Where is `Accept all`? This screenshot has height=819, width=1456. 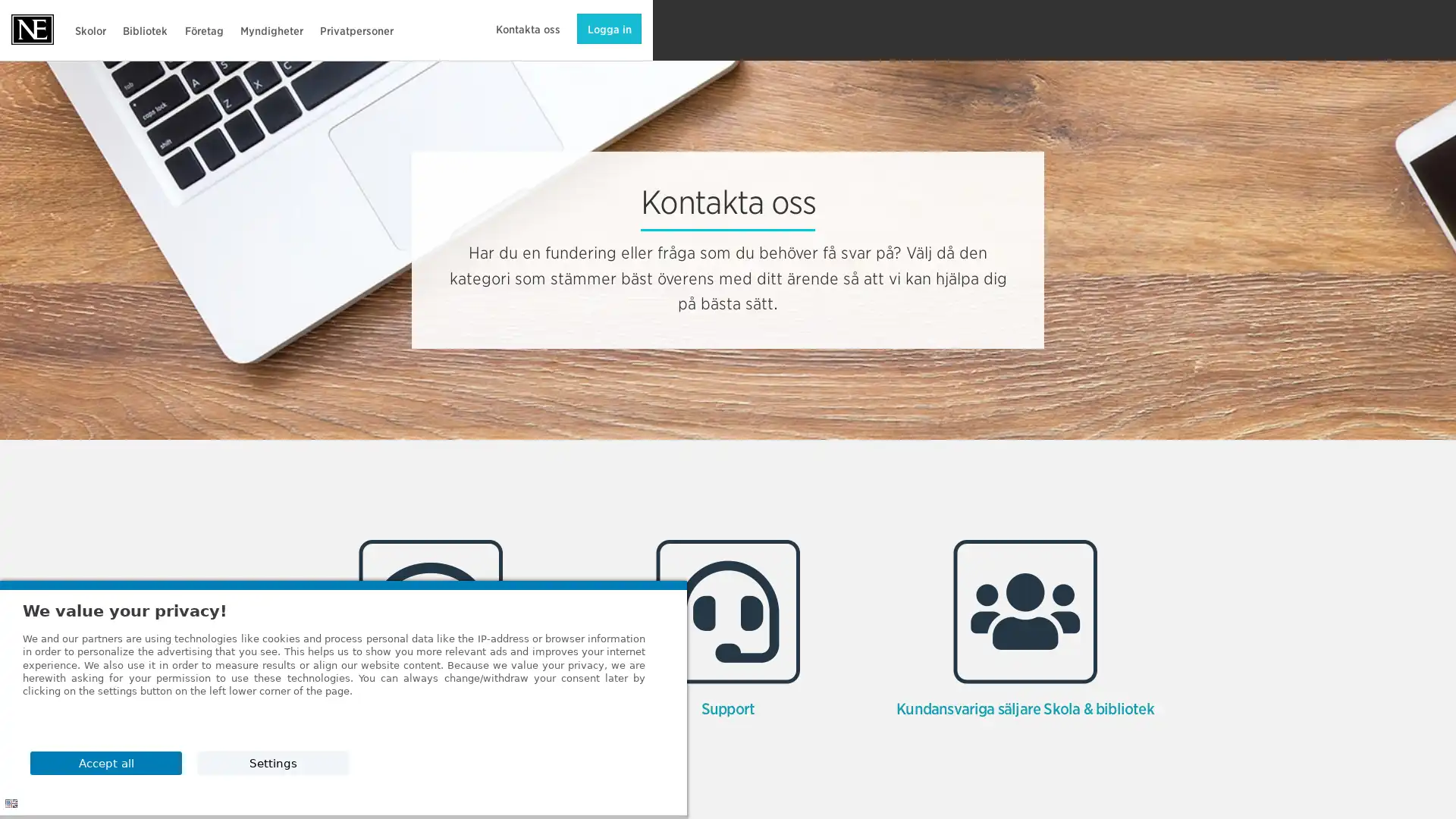 Accept all is located at coordinates (1099, 723).